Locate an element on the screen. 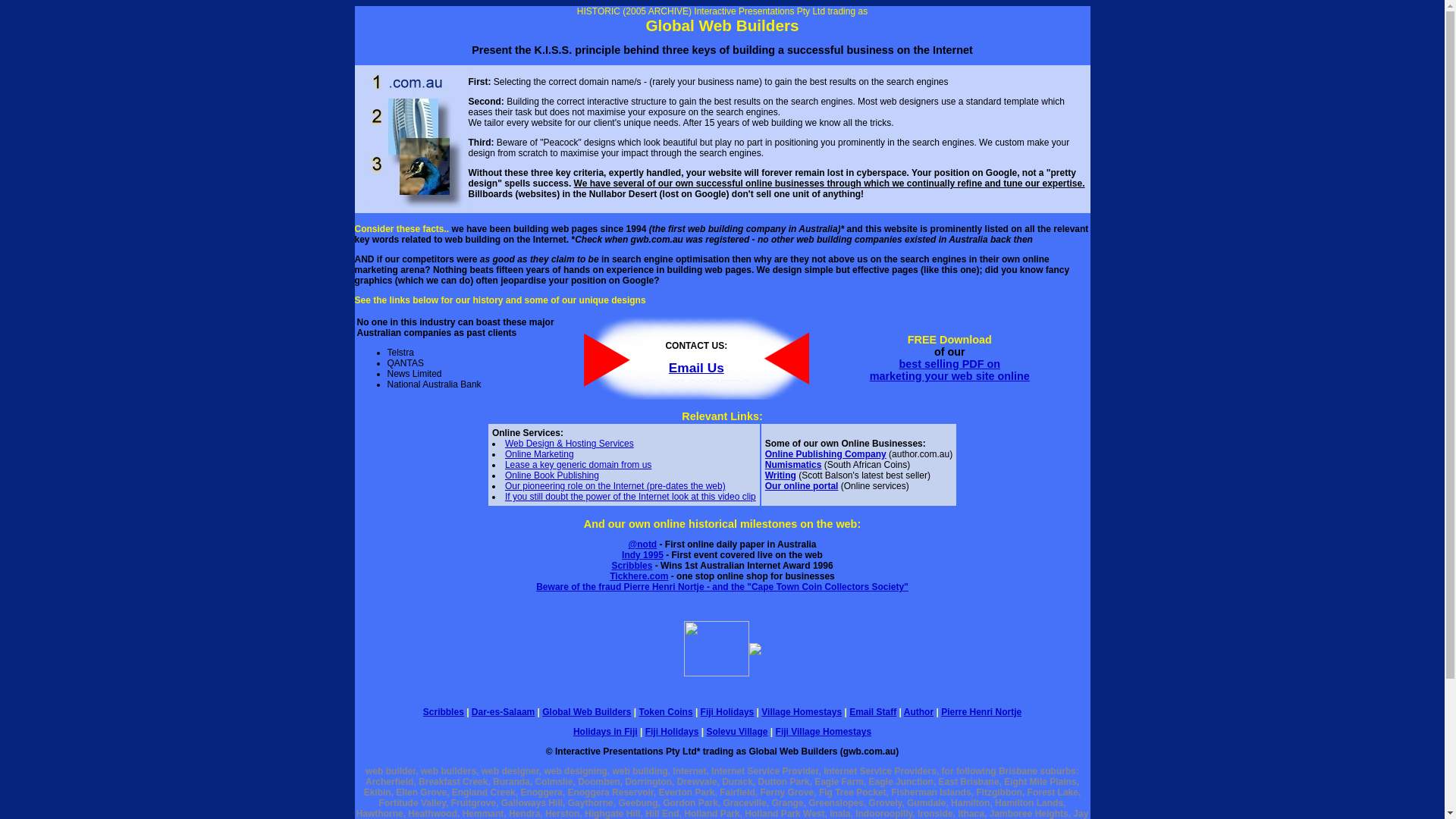 This screenshot has width=1456, height=819. 'Web Design & Hosting Services' is located at coordinates (568, 444).